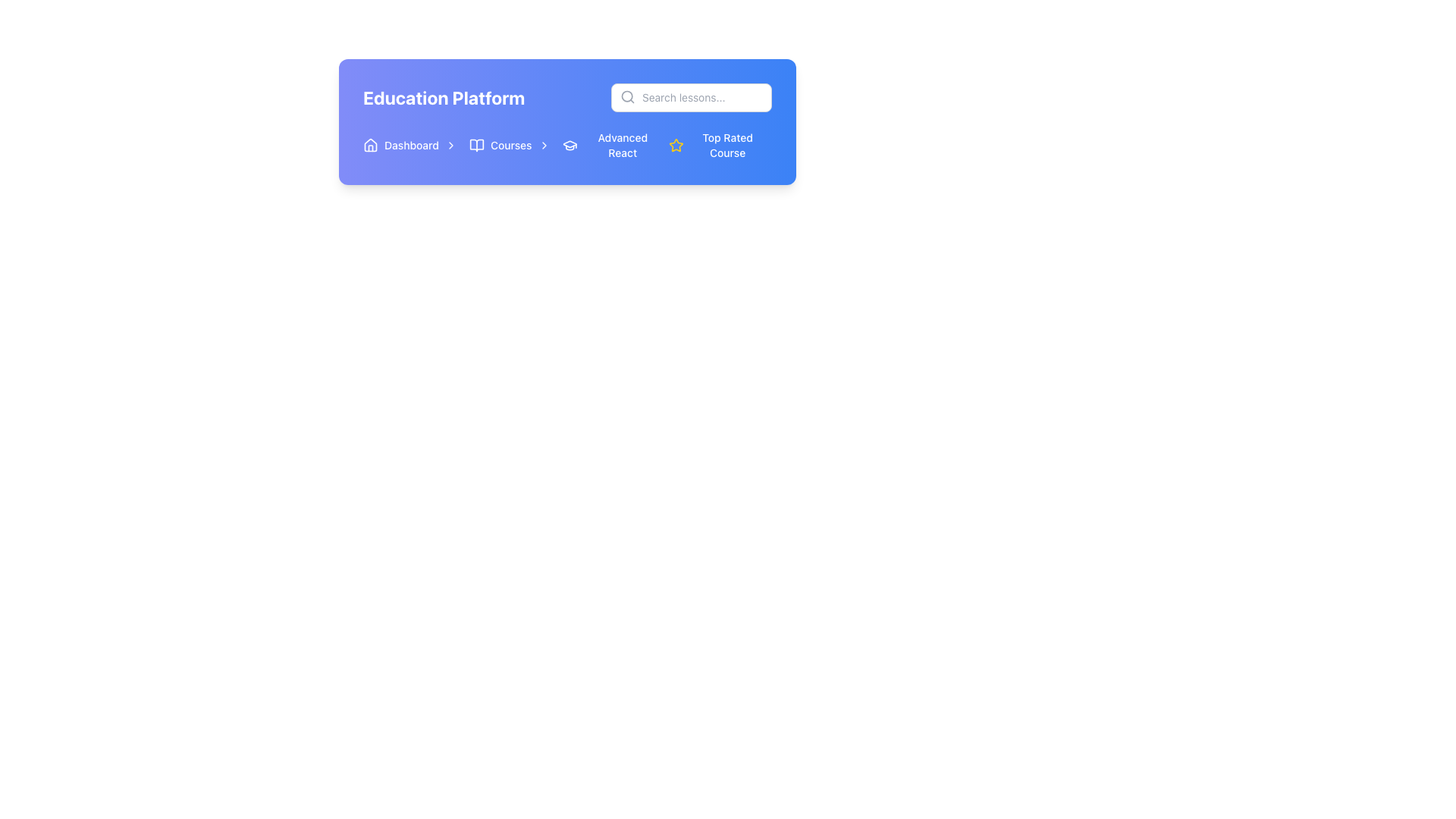  I want to click on the search input field with placeholder text 'Search lessons...' located in the top-right corner of the header bar, so click(691, 97).